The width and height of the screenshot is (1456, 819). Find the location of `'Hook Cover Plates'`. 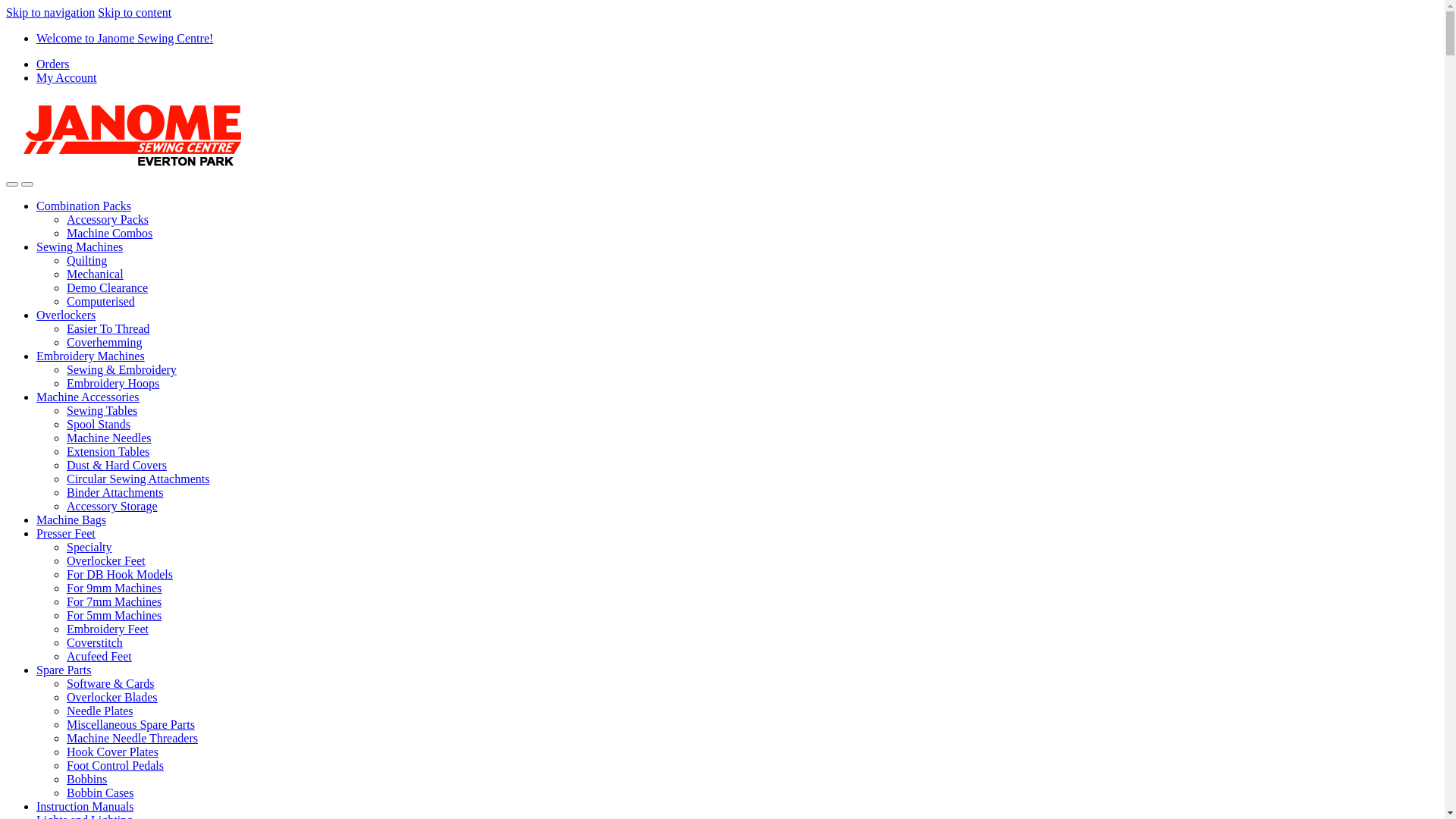

'Hook Cover Plates' is located at coordinates (65, 752).